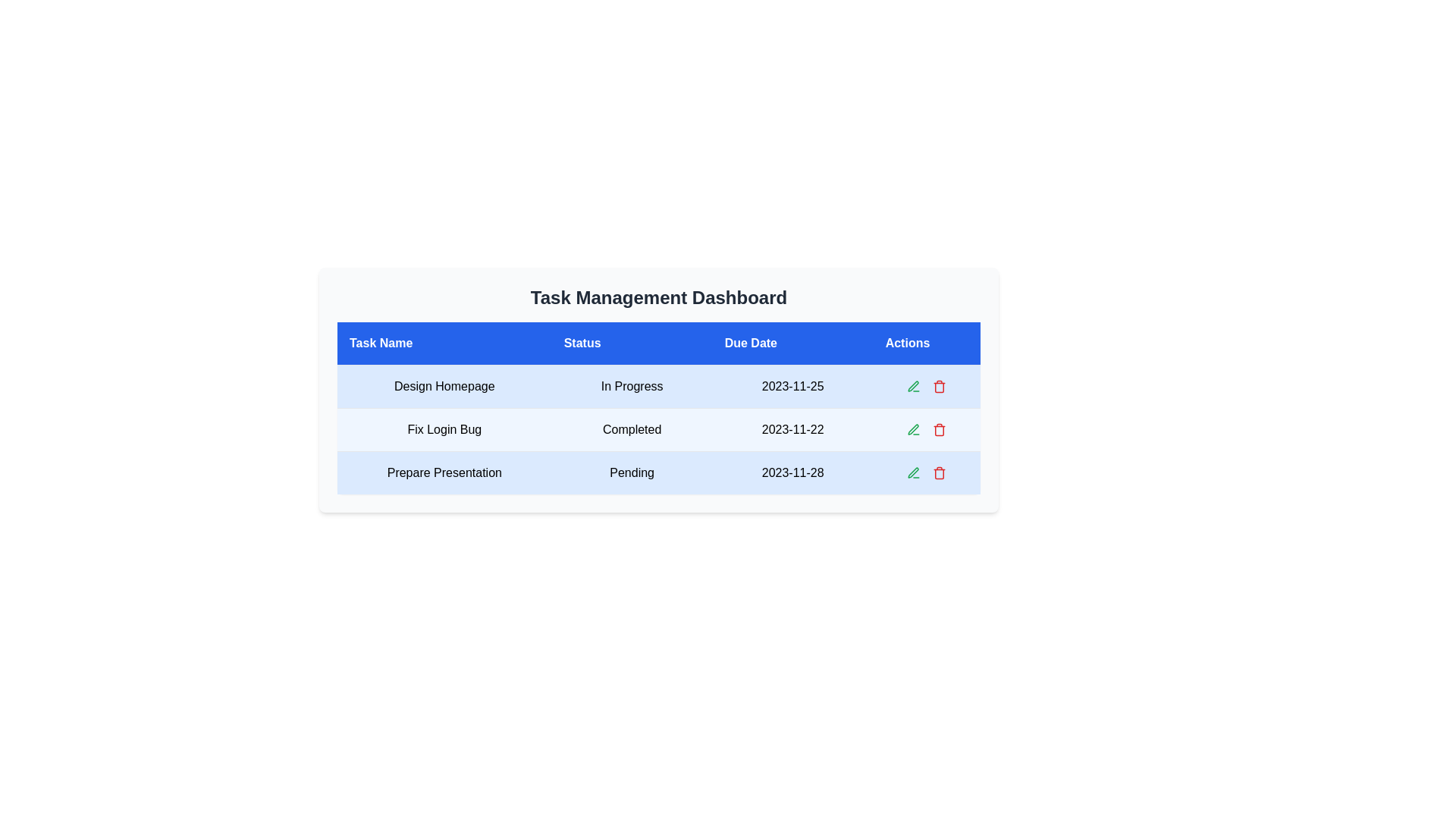 The width and height of the screenshot is (1456, 819). Describe the element at coordinates (792, 385) in the screenshot. I see `the text label displaying the date '2023-11-25' in the Due Date column of the table` at that location.